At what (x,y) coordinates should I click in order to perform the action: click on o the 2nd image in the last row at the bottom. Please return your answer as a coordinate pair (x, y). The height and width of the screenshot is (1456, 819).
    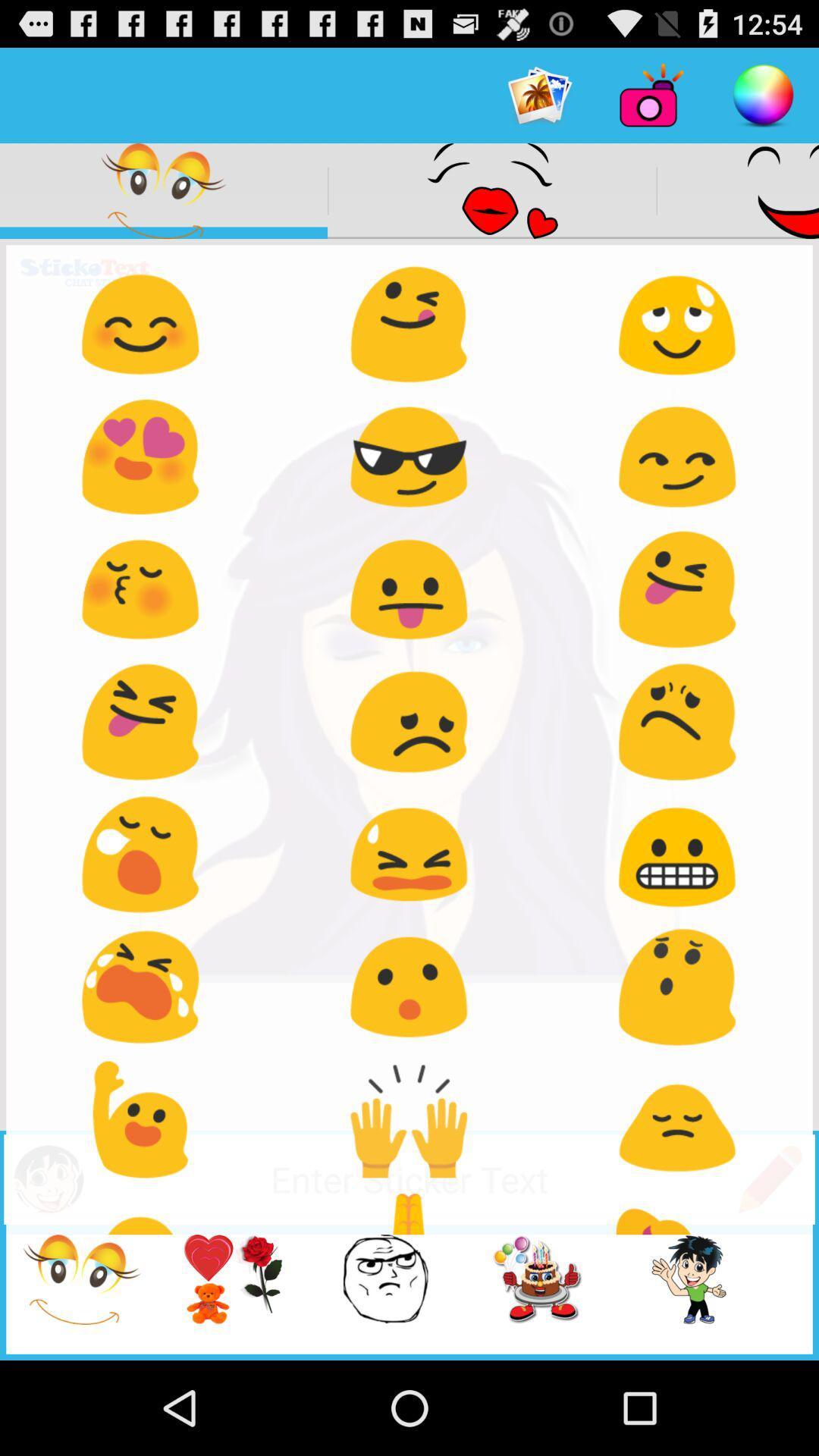
    Looking at the image, I should click on (209, 1291).